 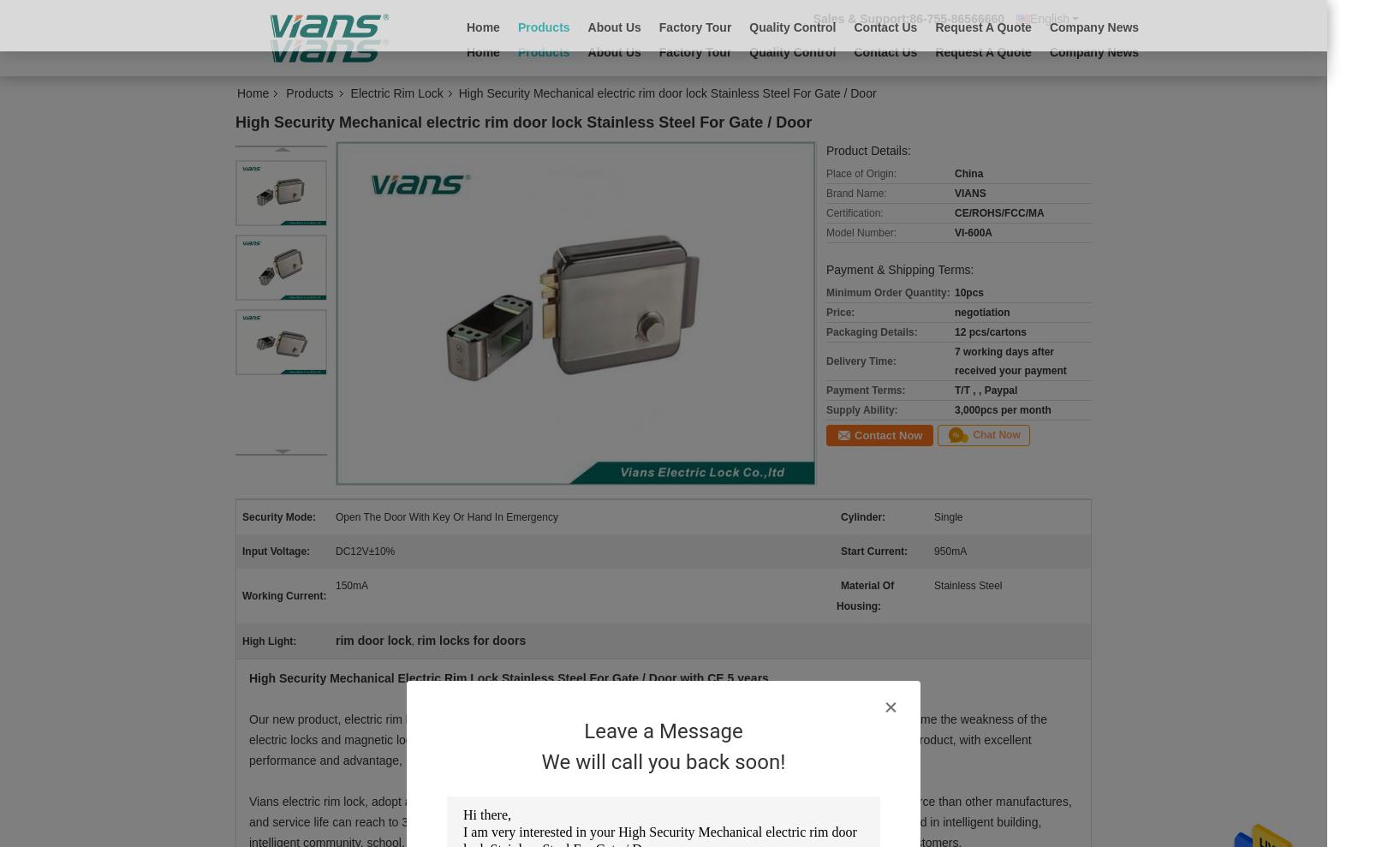 I want to click on 'Products', so click(x=308, y=92).